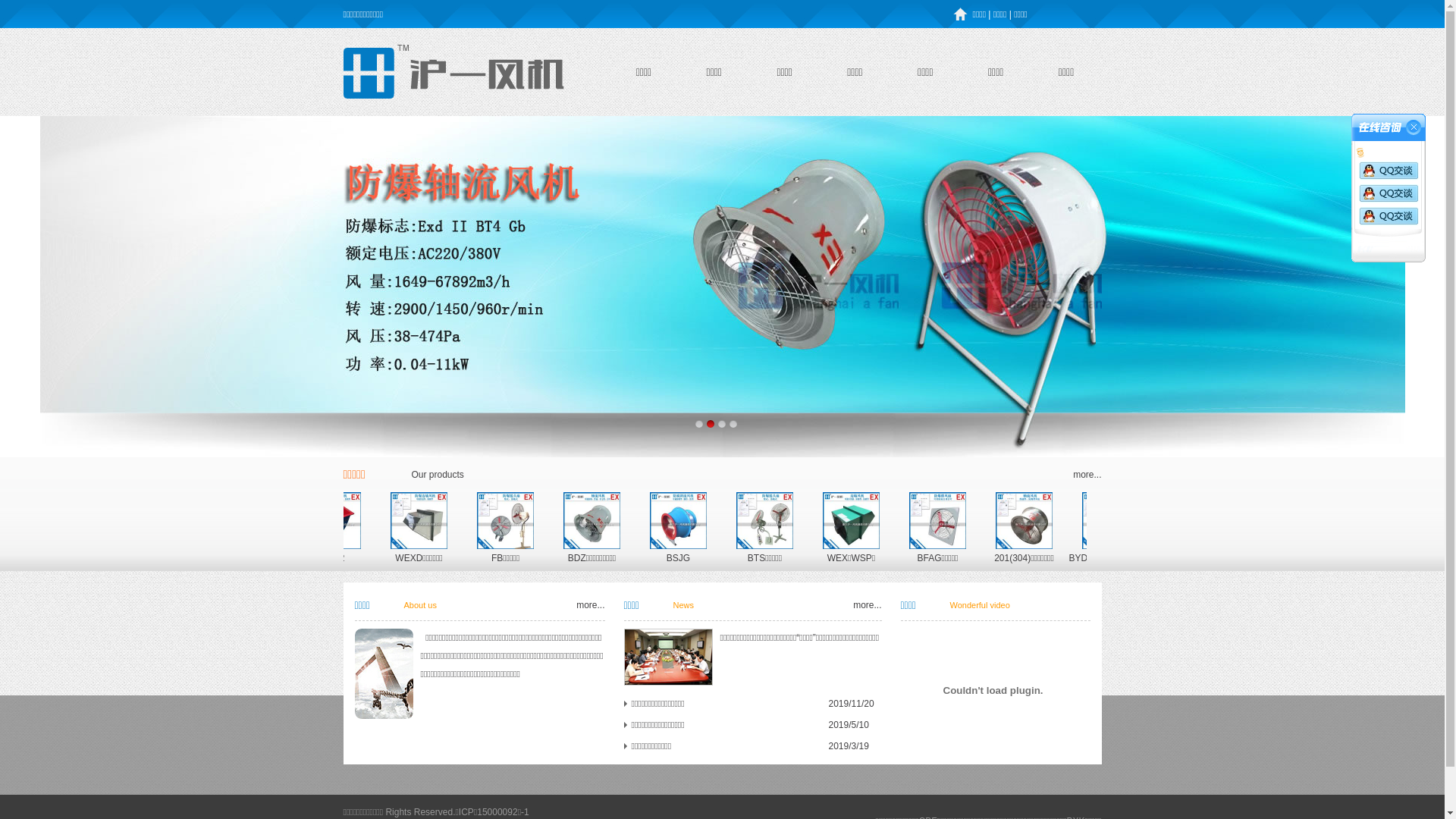 The width and height of the screenshot is (1456, 819). I want to click on 'B4-72', so click(524, 558).